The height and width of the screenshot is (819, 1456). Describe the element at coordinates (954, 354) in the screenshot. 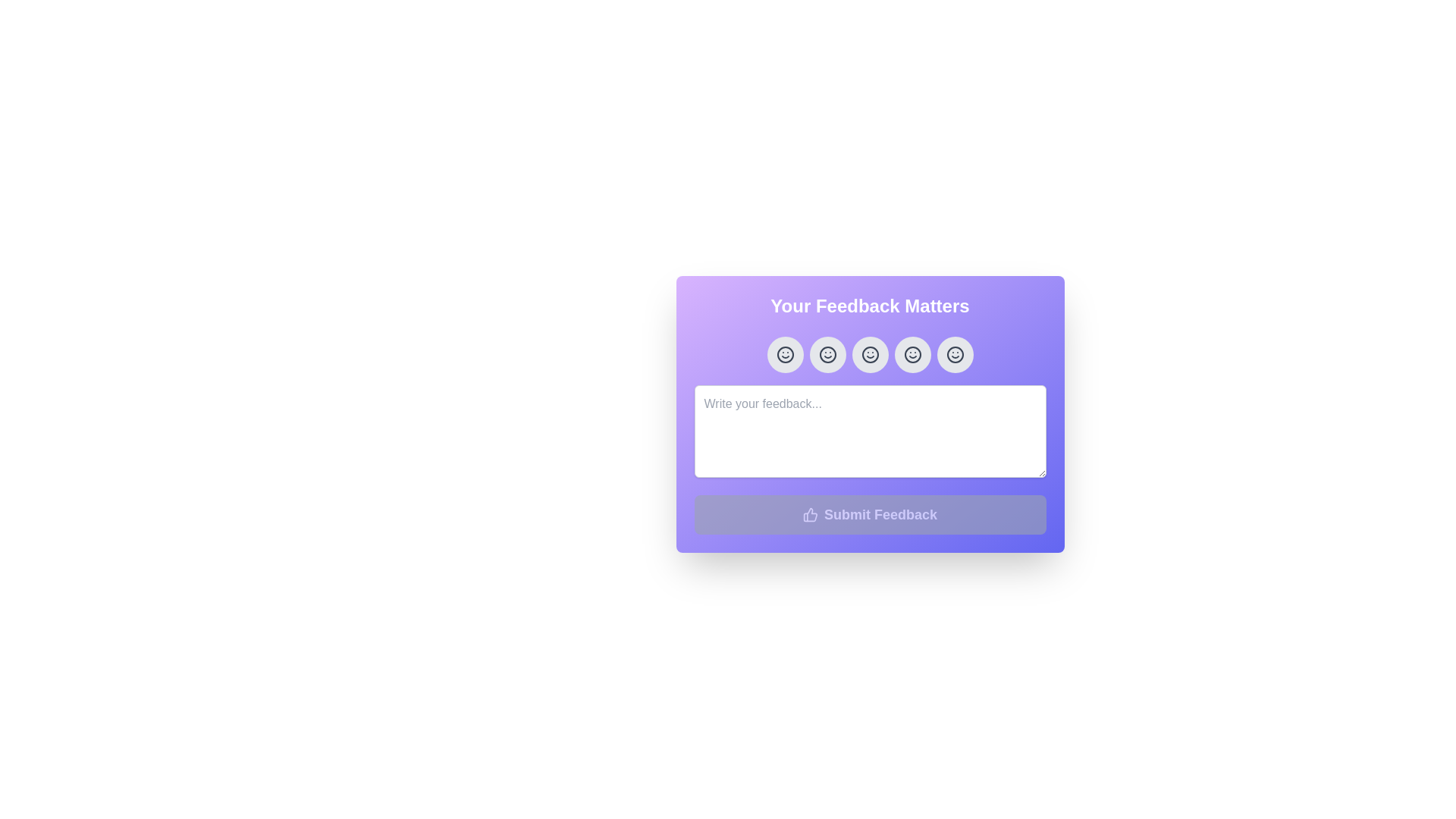

I see `the circular button with a gray background and a smiley face icon, which is the last button in a row of five buttons near the top of the feedback form` at that location.